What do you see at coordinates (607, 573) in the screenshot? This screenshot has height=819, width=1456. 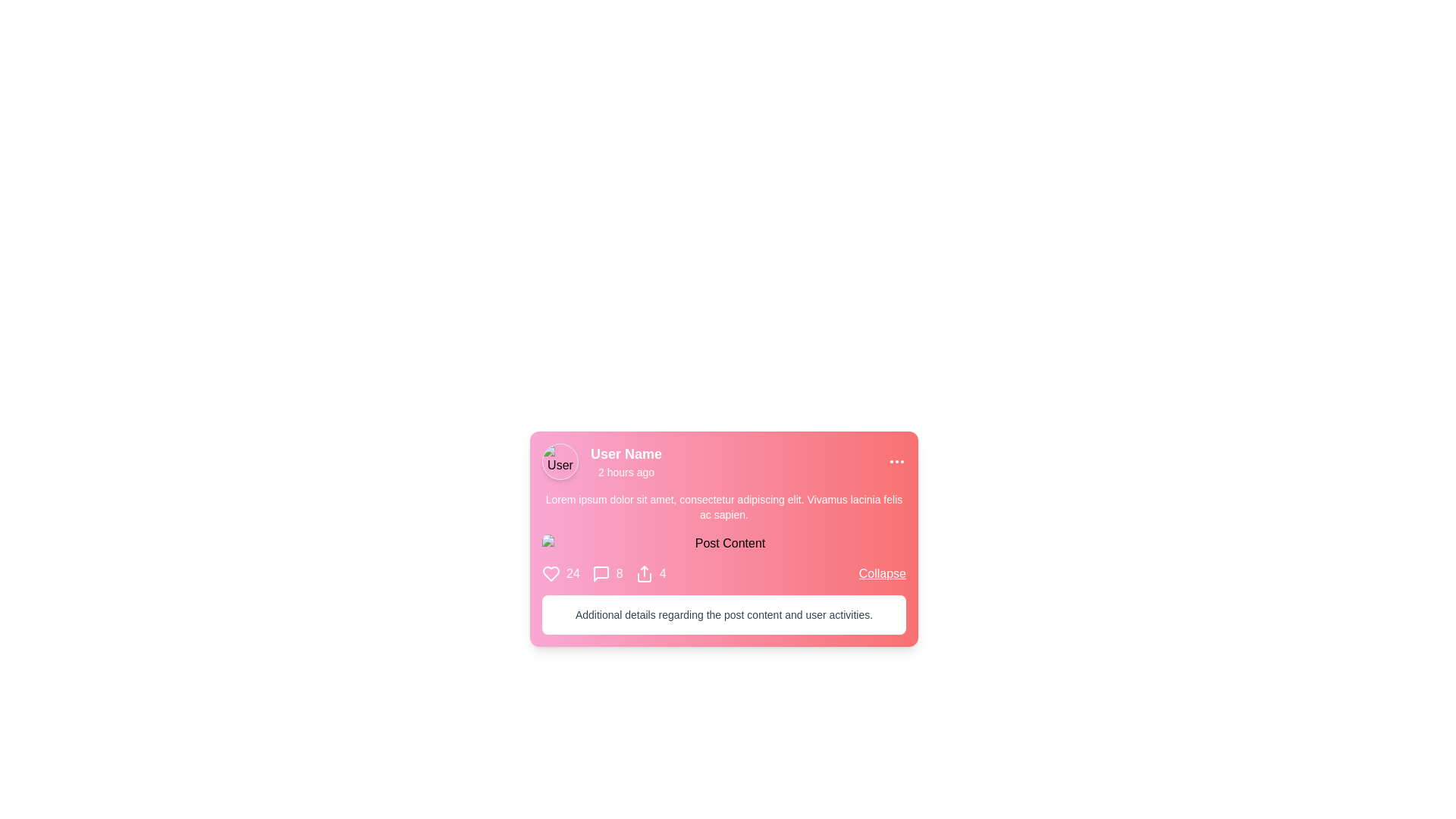 I see `the Interactive Comment Count Display, which shows the number '24' and is located between a heart icon and a share icon` at bounding box center [607, 573].